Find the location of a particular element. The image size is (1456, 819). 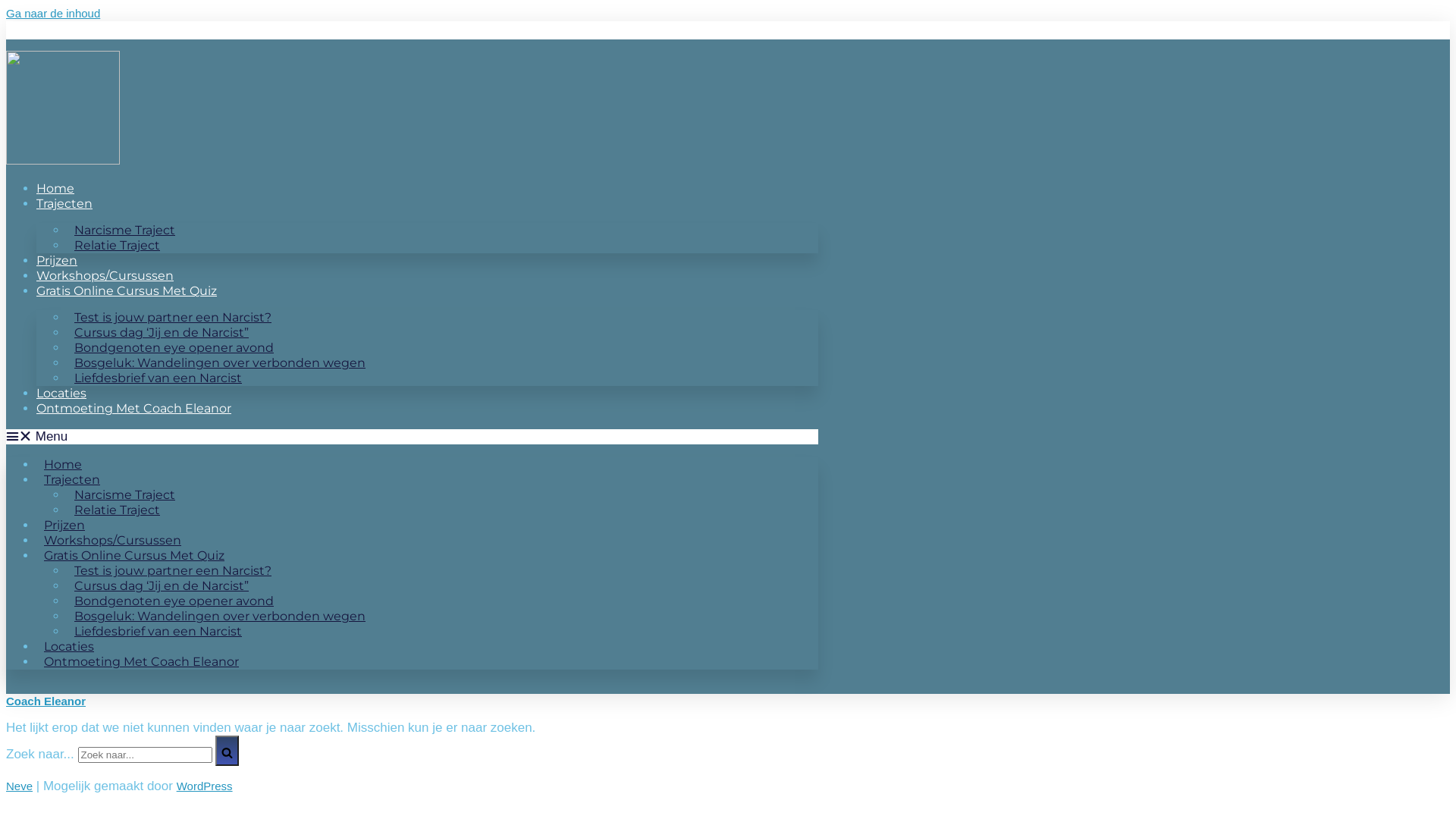

'Coach Eleanor' is located at coordinates (45, 701).